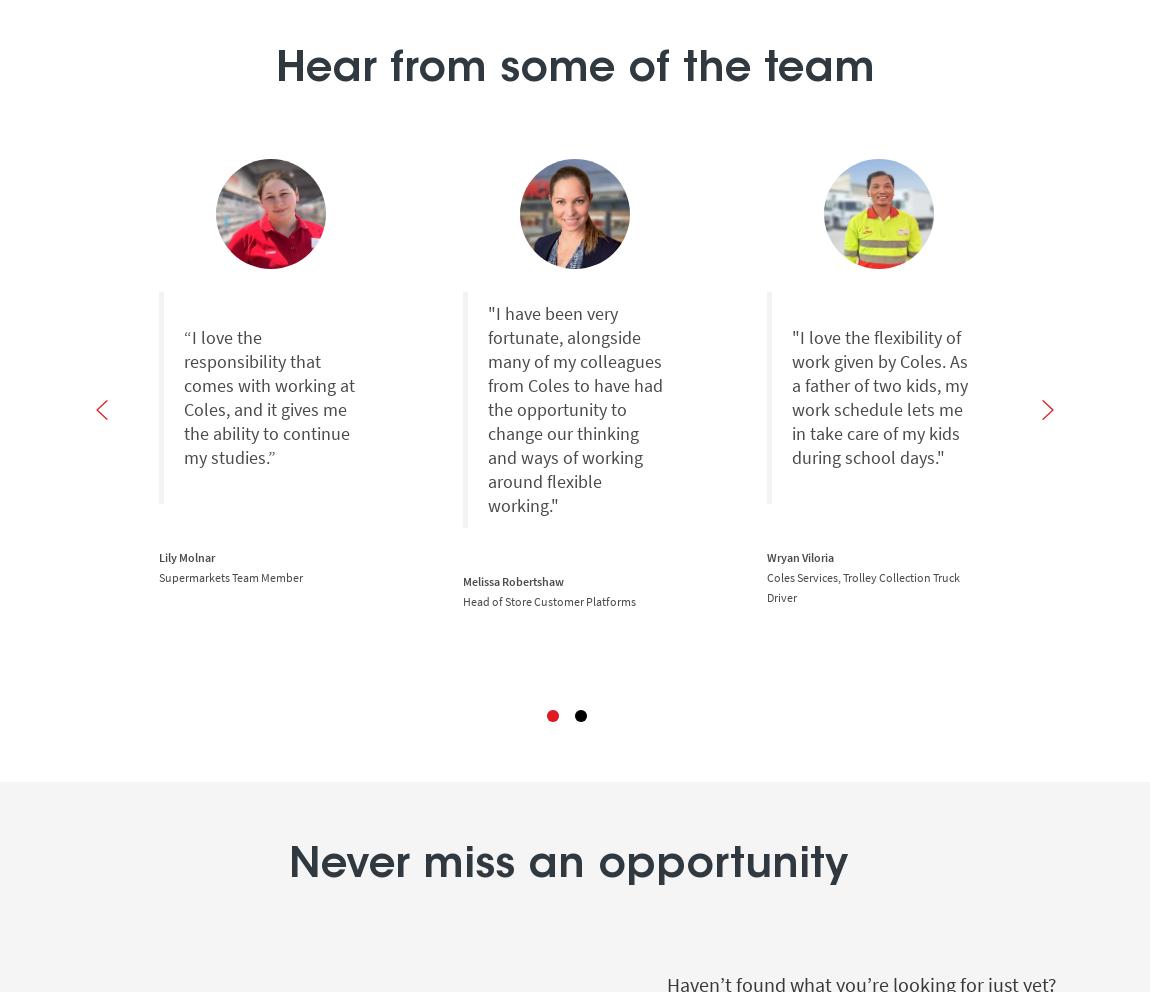 This screenshot has height=992, width=1150. Describe the element at coordinates (574, 71) in the screenshot. I see `'Hear from some of the team'` at that location.